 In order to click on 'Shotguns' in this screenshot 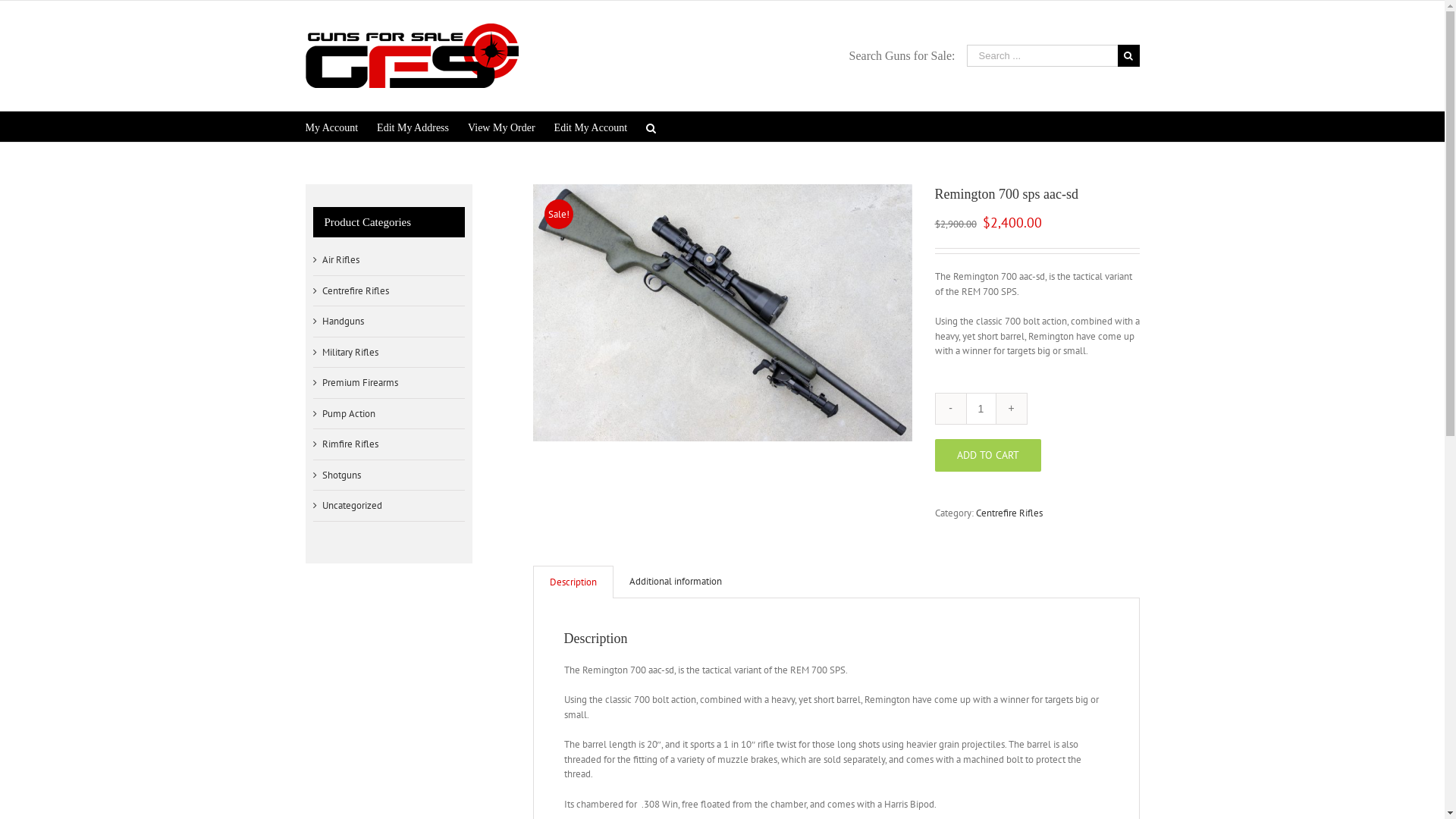, I will do `click(340, 475)`.